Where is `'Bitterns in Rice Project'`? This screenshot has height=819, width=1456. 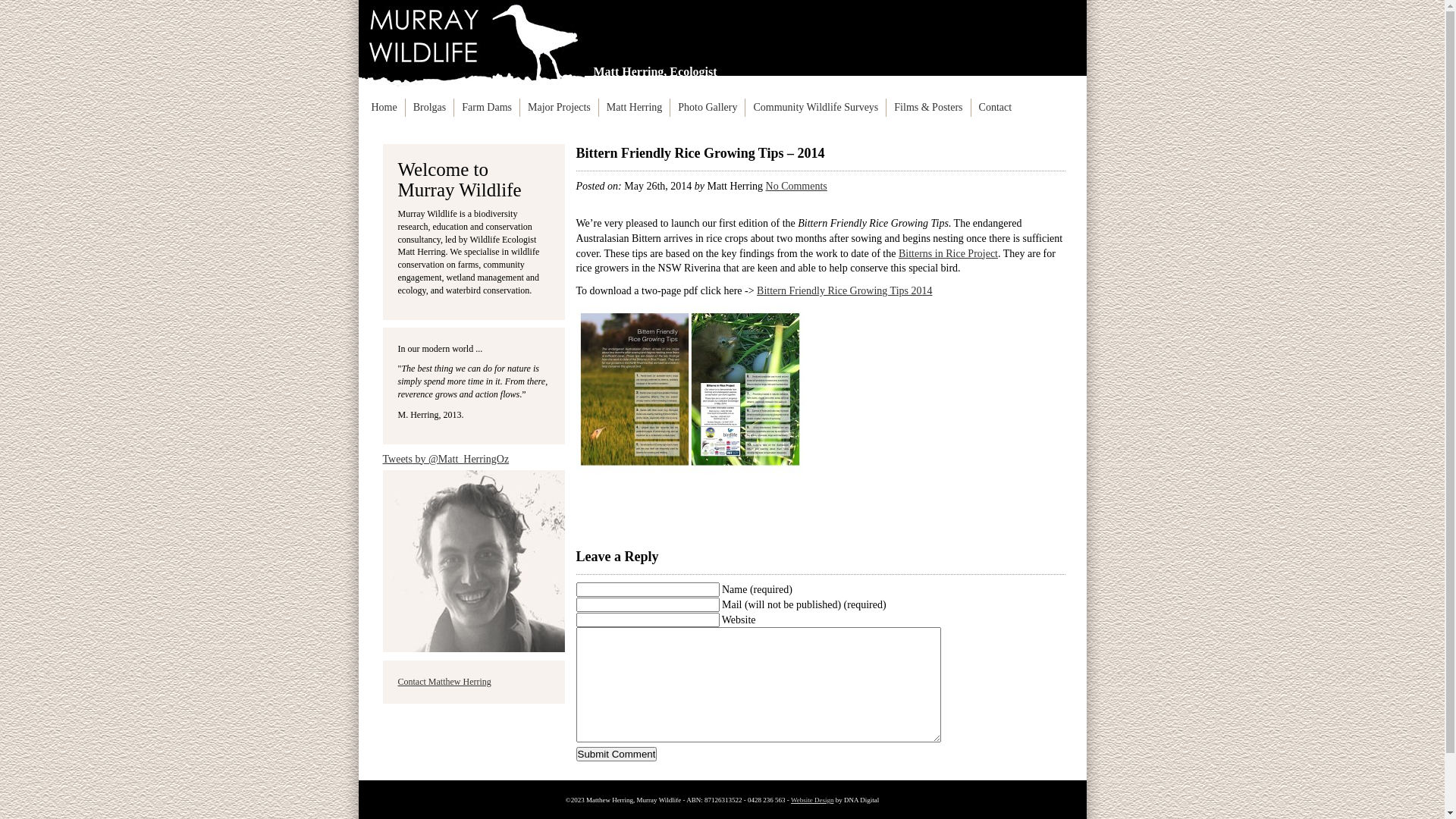 'Bitterns in Rice Project' is located at coordinates (899, 253).